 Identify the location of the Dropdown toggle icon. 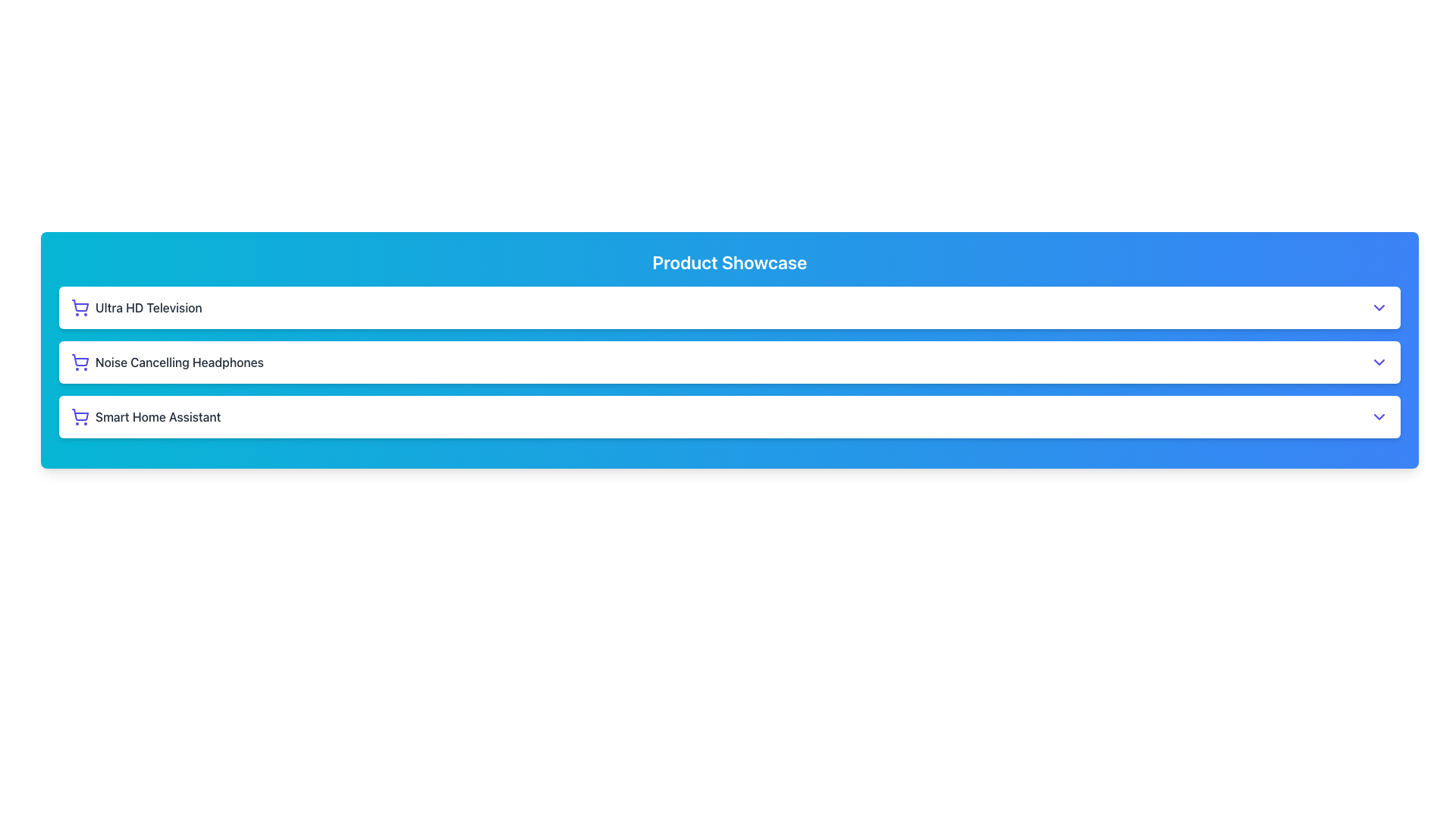
(1379, 307).